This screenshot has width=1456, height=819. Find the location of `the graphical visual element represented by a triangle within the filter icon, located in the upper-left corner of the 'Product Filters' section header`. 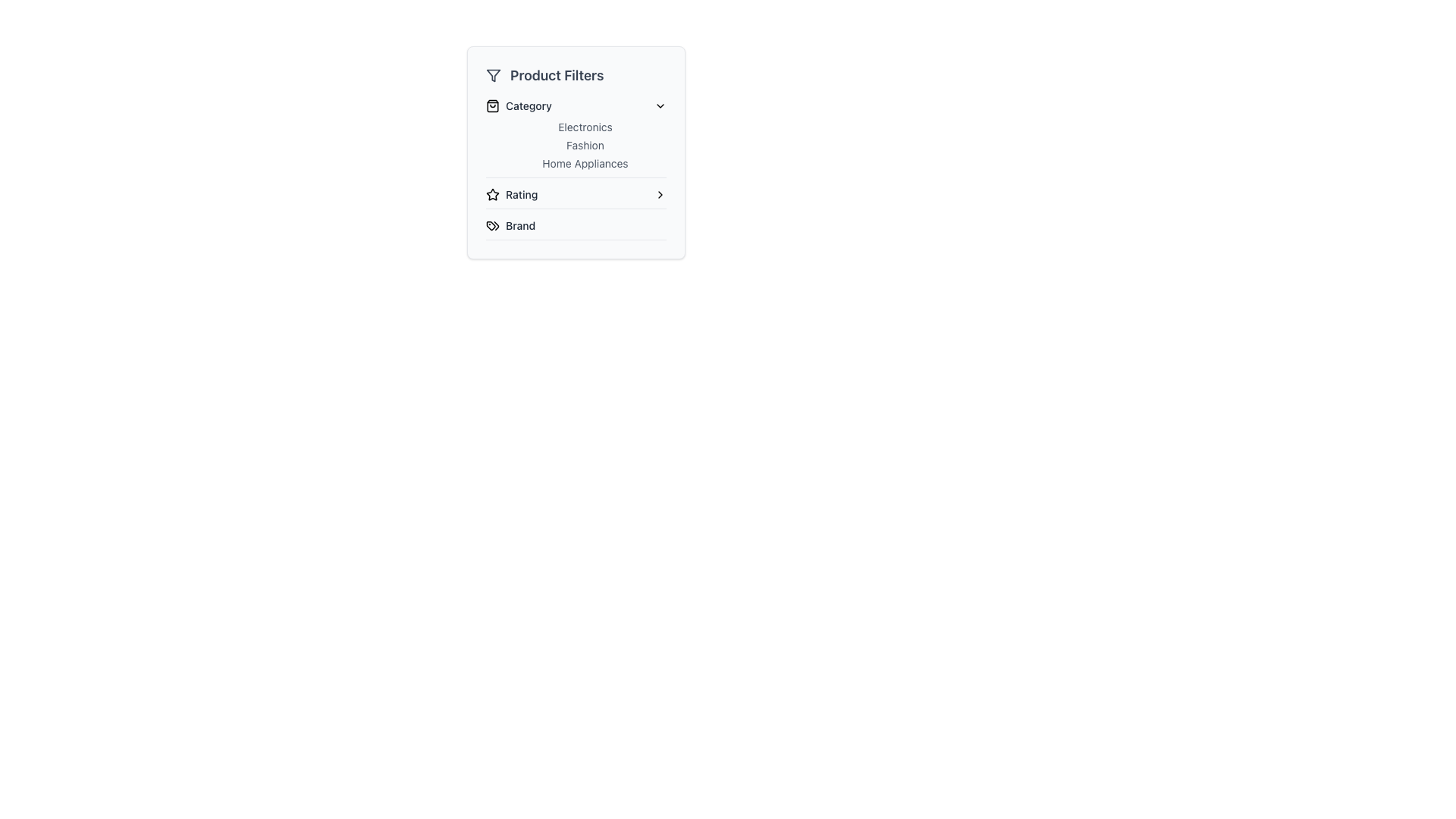

the graphical visual element represented by a triangle within the filter icon, located in the upper-left corner of the 'Product Filters' section header is located at coordinates (494, 76).